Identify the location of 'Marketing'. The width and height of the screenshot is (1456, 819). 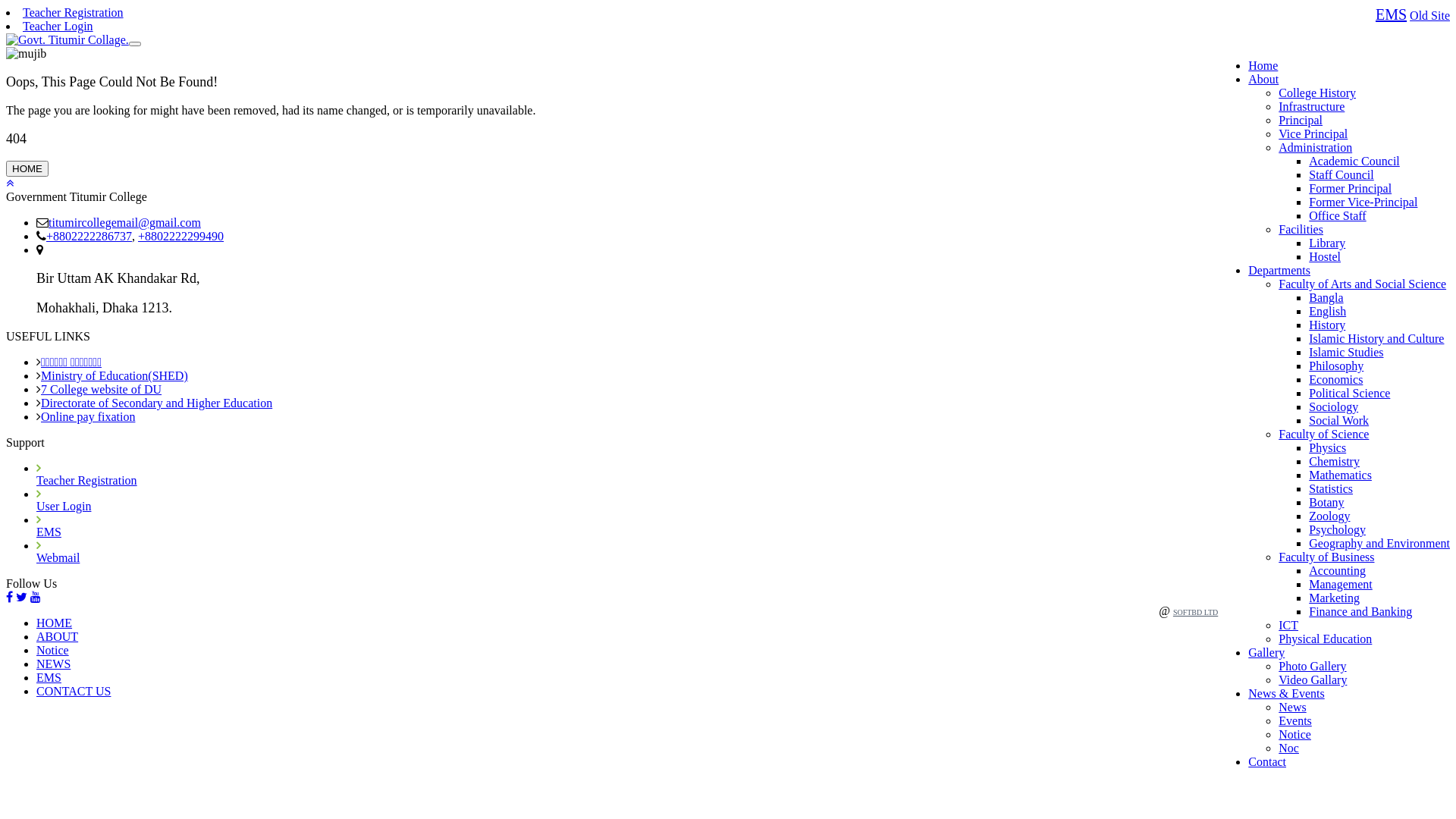
(1333, 597).